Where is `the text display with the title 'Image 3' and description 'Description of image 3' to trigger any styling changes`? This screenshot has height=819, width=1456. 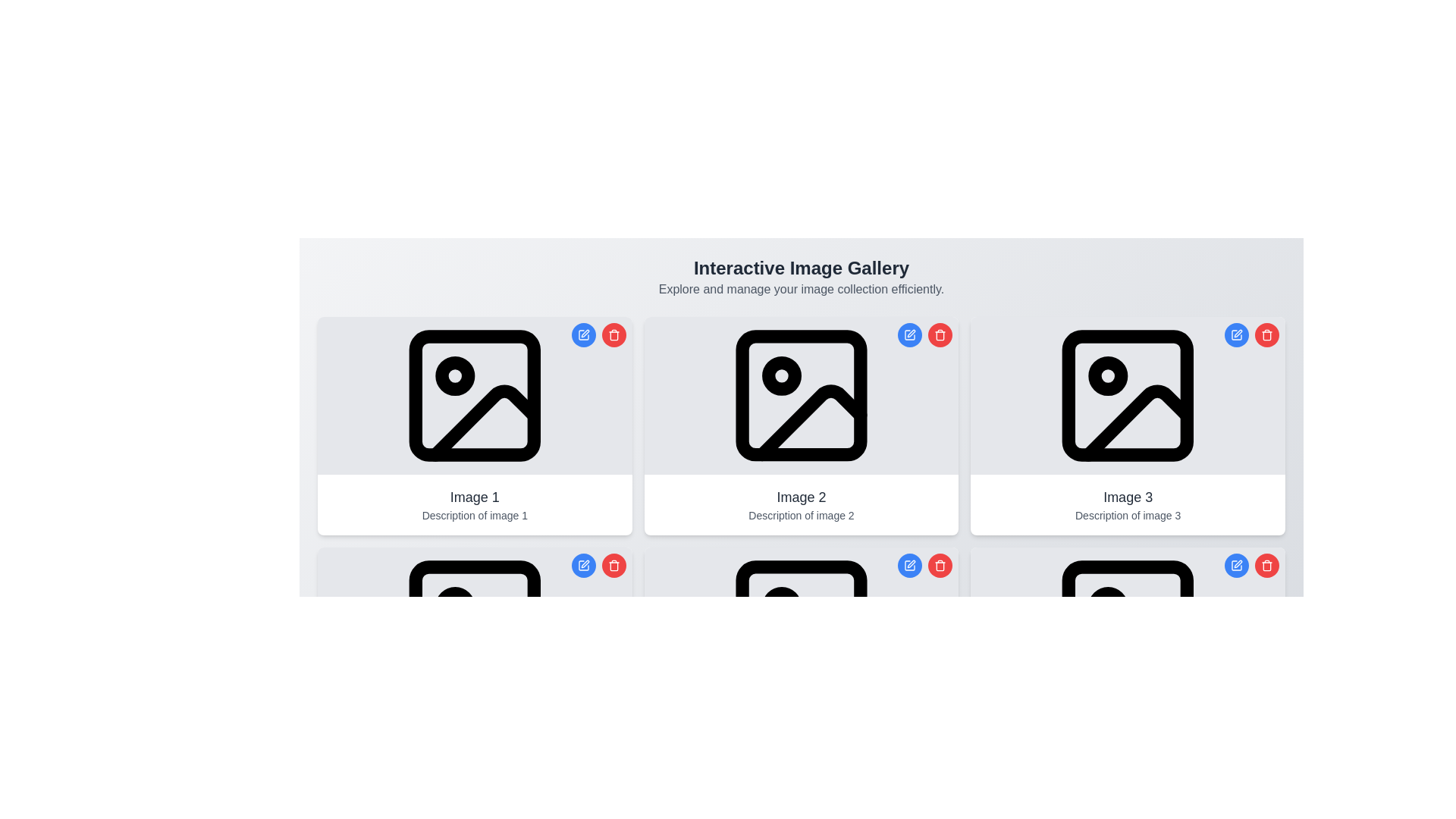
the text display with the title 'Image 3' and description 'Description of image 3' to trigger any styling changes is located at coordinates (1128, 505).